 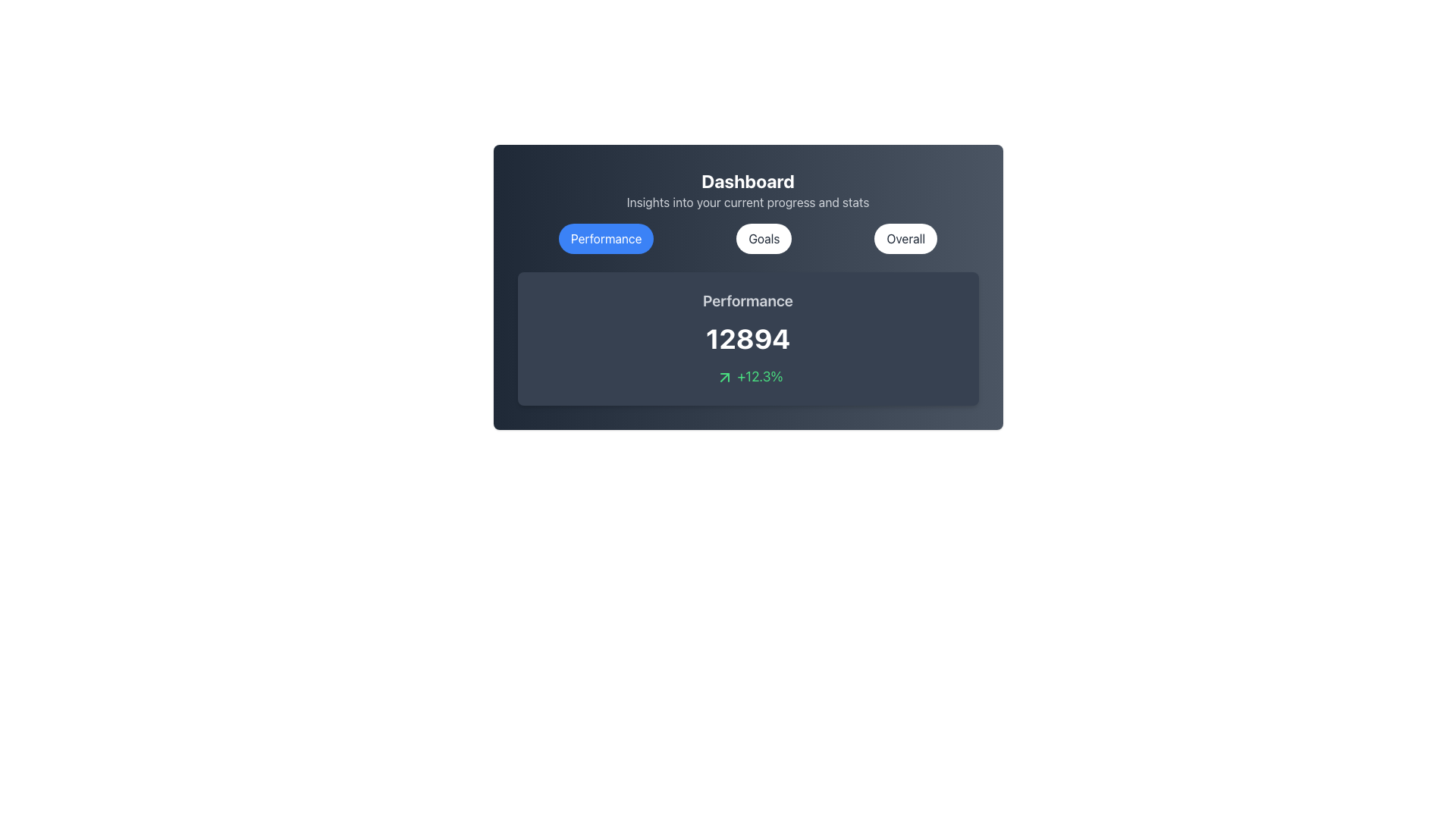 What do you see at coordinates (724, 377) in the screenshot?
I see `the performance increase icon located in the performance summary box on the dashboard, which is positioned slightly to the left of the green numeric percentage '+' value` at bounding box center [724, 377].